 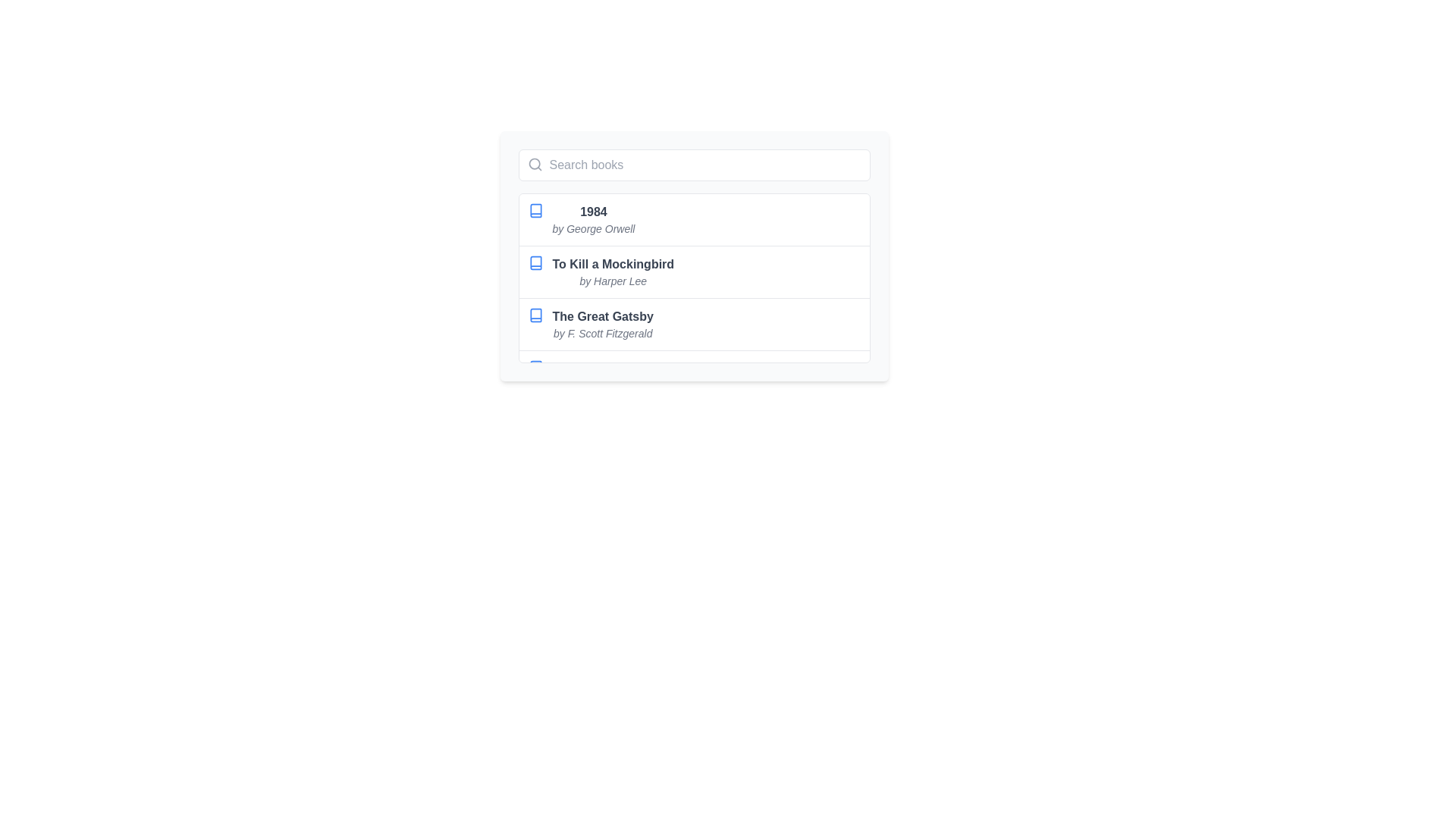 What do you see at coordinates (693, 219) in the screenshot?
I see `the first list item in the dropdown menu representing the book '1984' by George Orwell` at bounding box center [693, 219].